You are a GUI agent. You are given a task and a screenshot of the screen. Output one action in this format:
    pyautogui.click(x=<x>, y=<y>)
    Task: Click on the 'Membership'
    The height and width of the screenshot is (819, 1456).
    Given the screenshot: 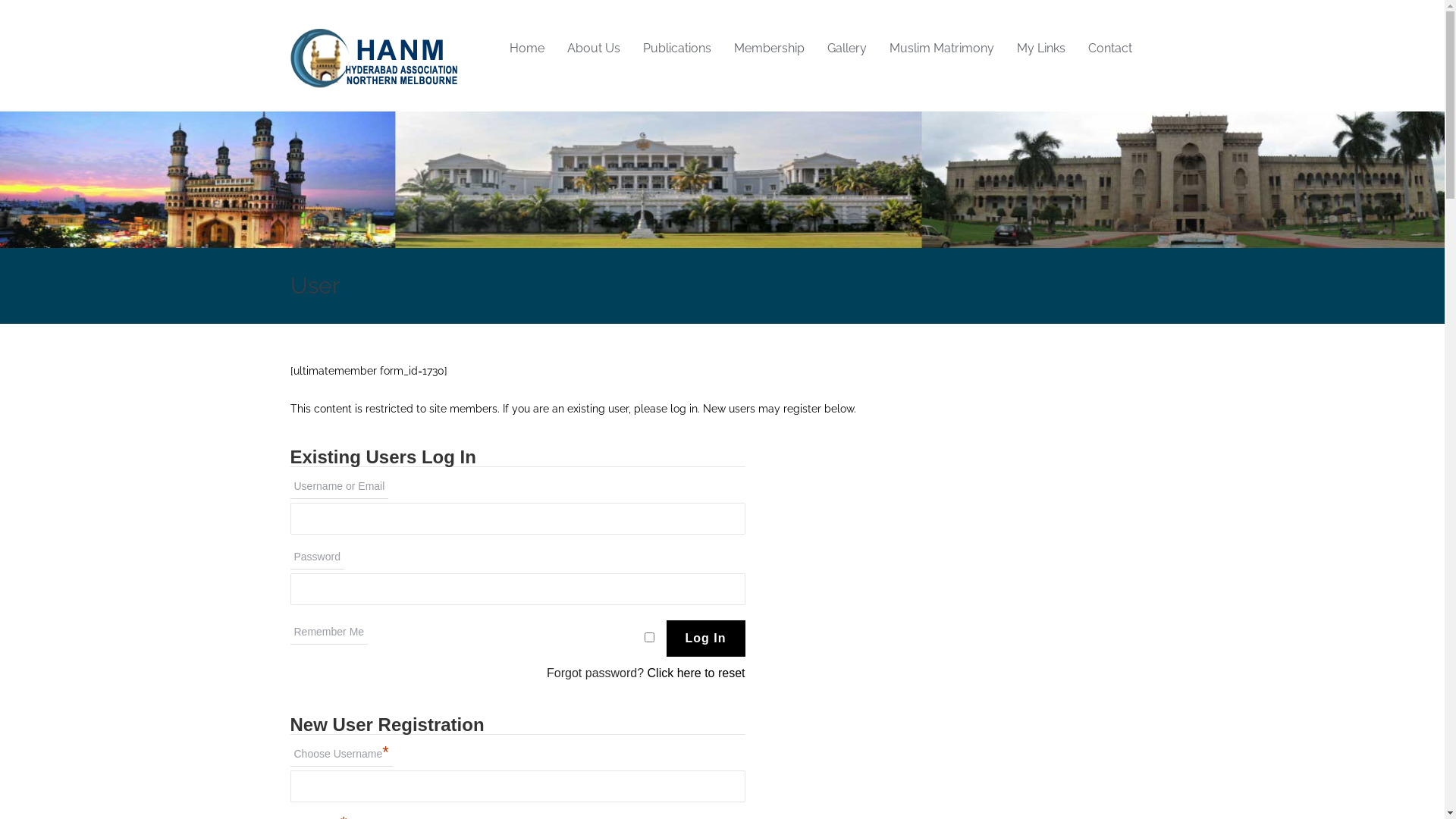 What is the action you would take?
    pyautogui.click(x=768, y=48)
    